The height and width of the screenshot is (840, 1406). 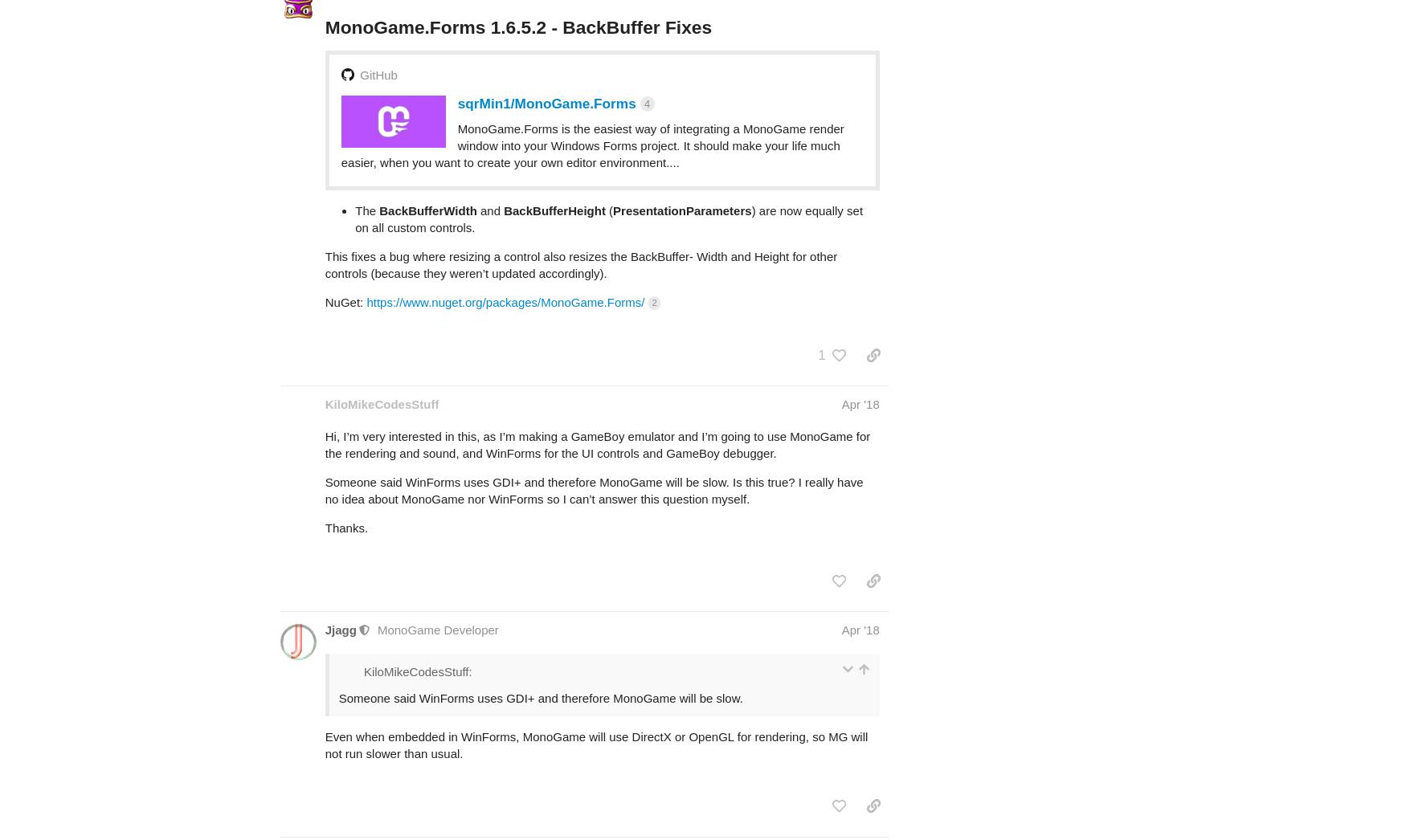 What do you see at coordinates (490, 147) in the screenshot?
I see `'and'` at bounding box center [490, 147].